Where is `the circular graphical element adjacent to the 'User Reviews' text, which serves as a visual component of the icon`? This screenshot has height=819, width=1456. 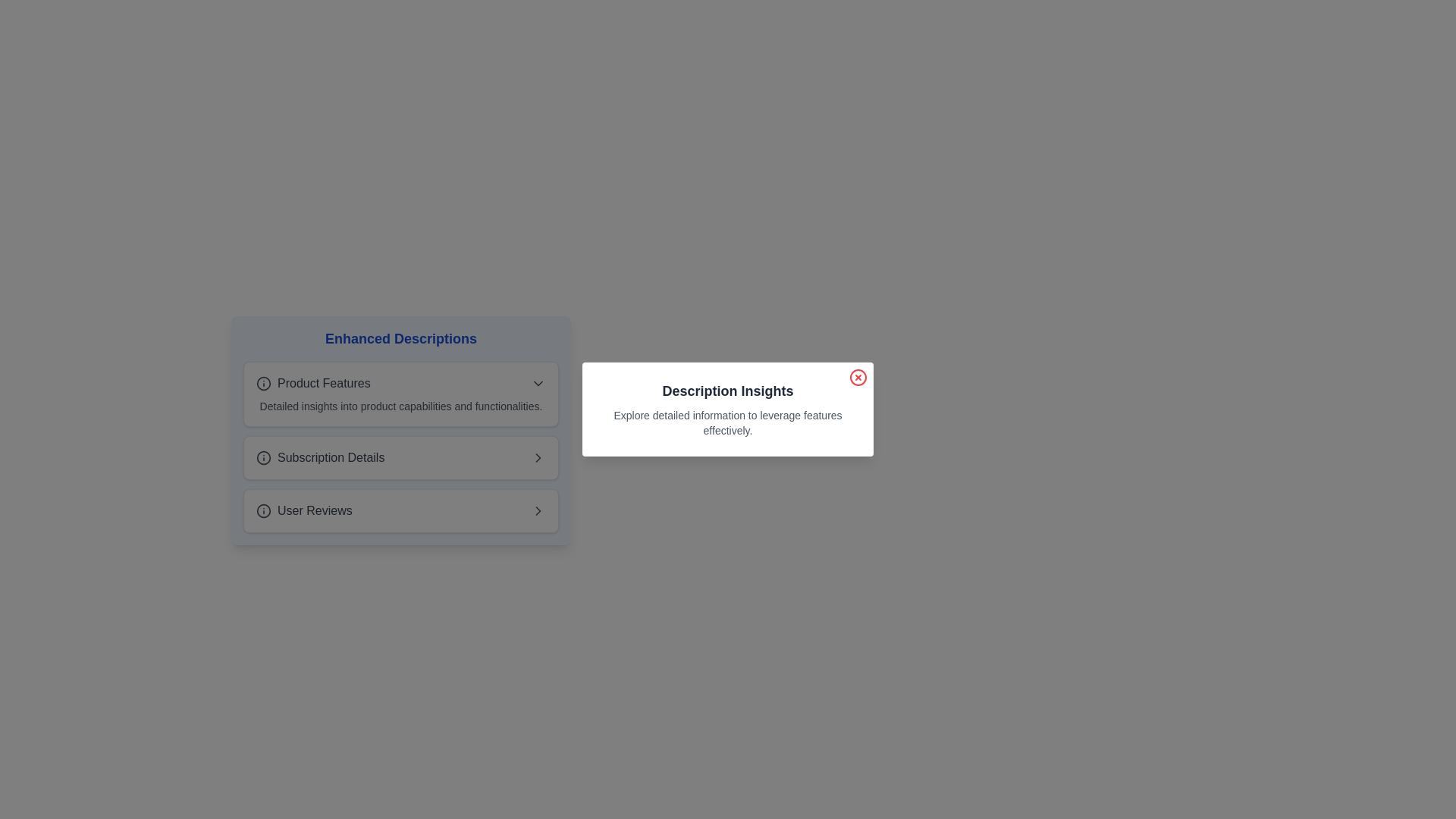
the circular graphical element adjacent to the 'User Reviews' text, which serves as a visual component of the icon is located at coordinates (263, 511).